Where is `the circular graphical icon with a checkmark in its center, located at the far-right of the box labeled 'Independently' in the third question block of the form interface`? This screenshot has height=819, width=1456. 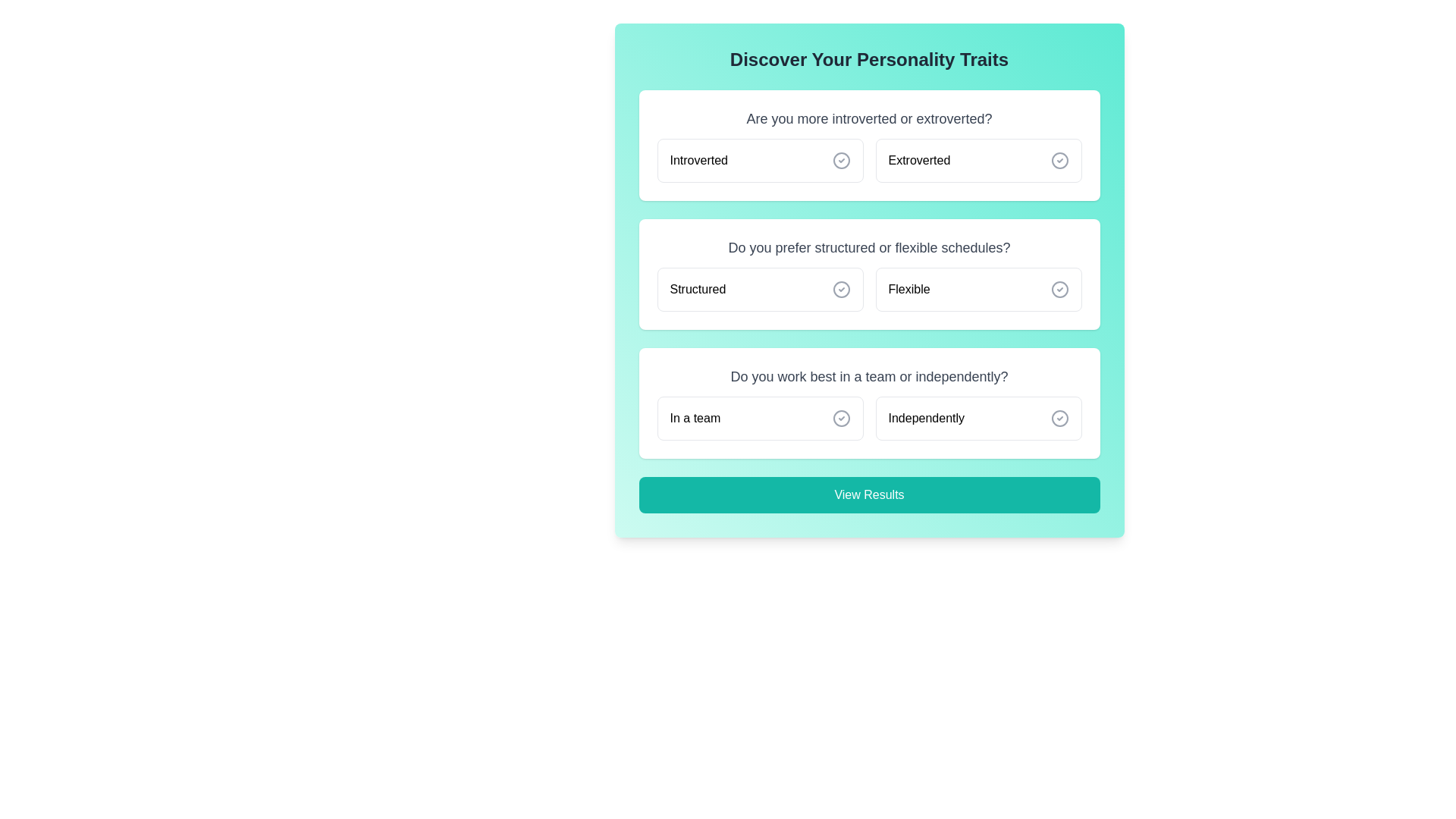
the circular graphical icon with a checkmark in its center, located at the far-right of the box labeled 'Independently' in the third question block of the form interface is located at coordinates (1059, 418).